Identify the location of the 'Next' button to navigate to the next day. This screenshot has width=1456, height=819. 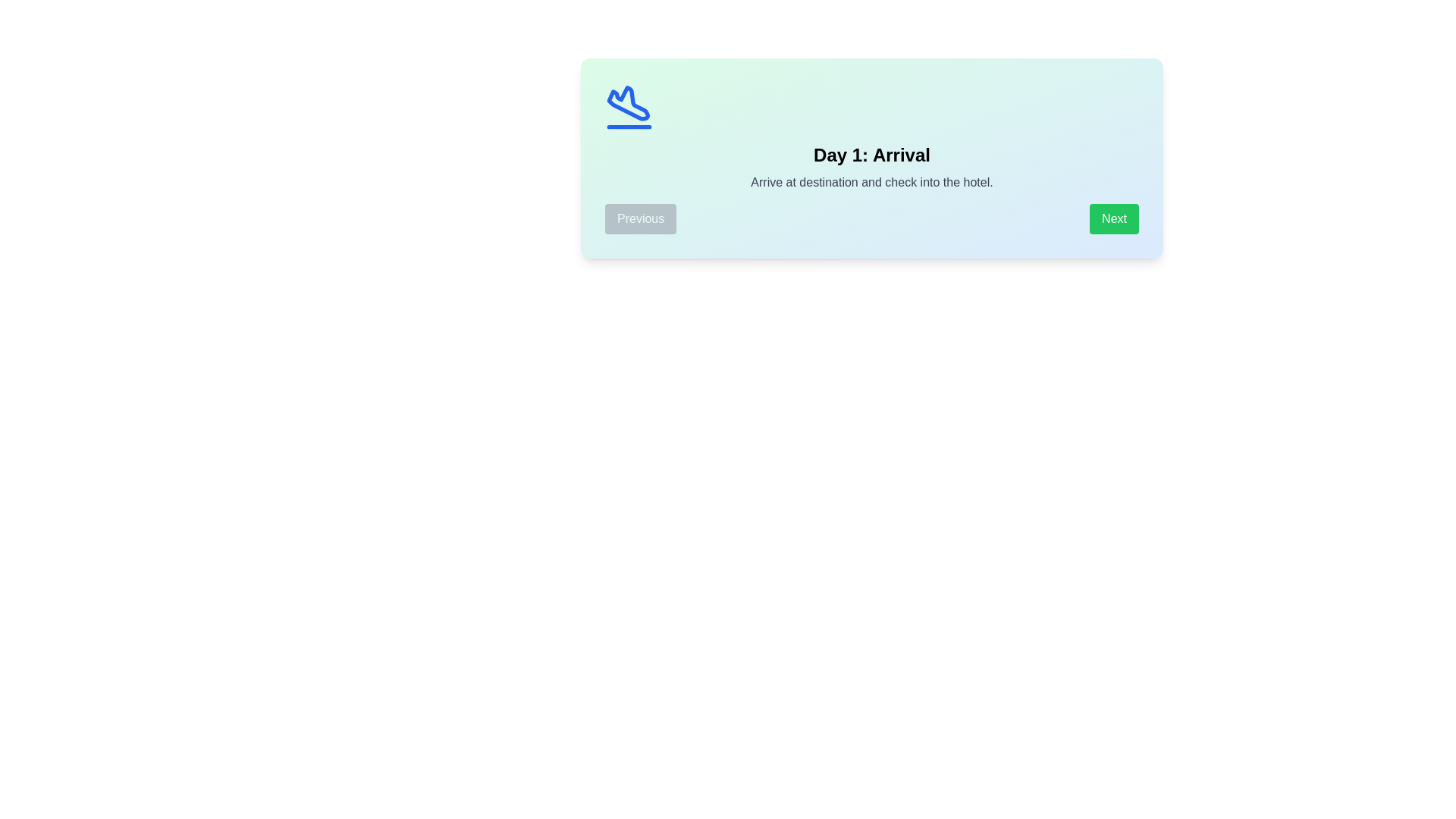
(1114, 219).